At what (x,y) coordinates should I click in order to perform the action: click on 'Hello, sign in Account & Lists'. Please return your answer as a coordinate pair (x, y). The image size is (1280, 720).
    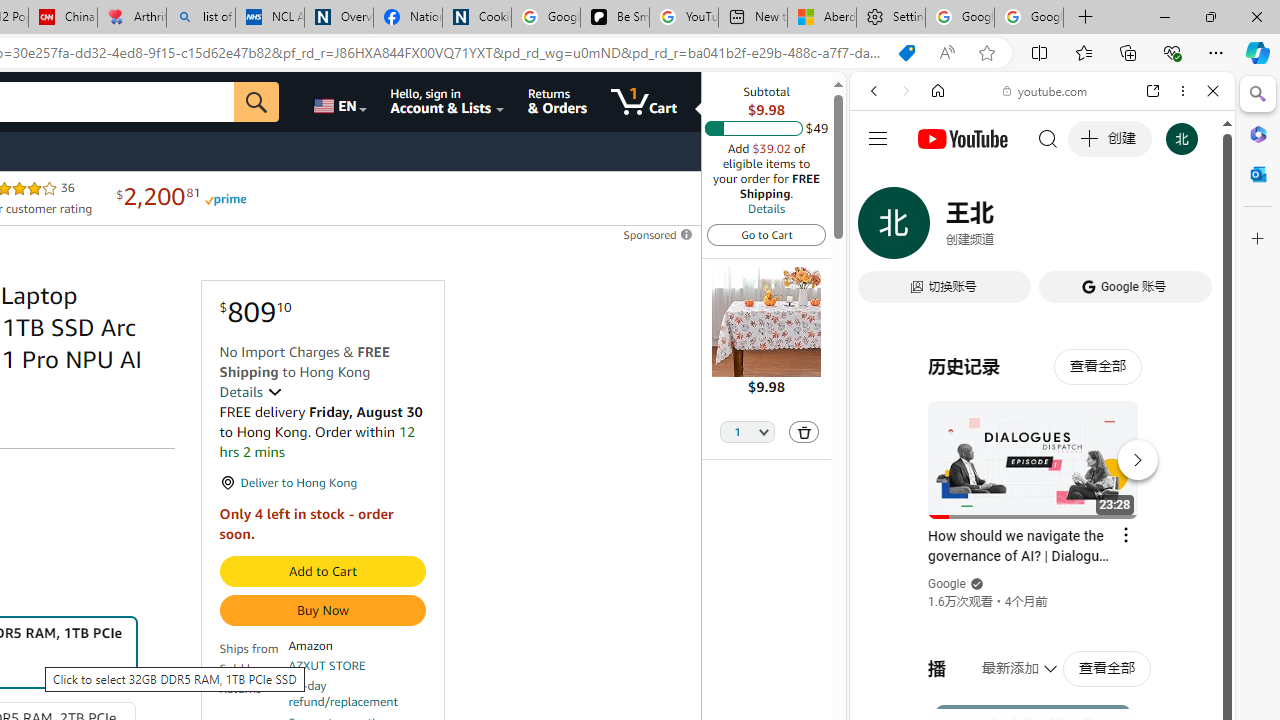
    Looking at the image, I should click on (447, 101).